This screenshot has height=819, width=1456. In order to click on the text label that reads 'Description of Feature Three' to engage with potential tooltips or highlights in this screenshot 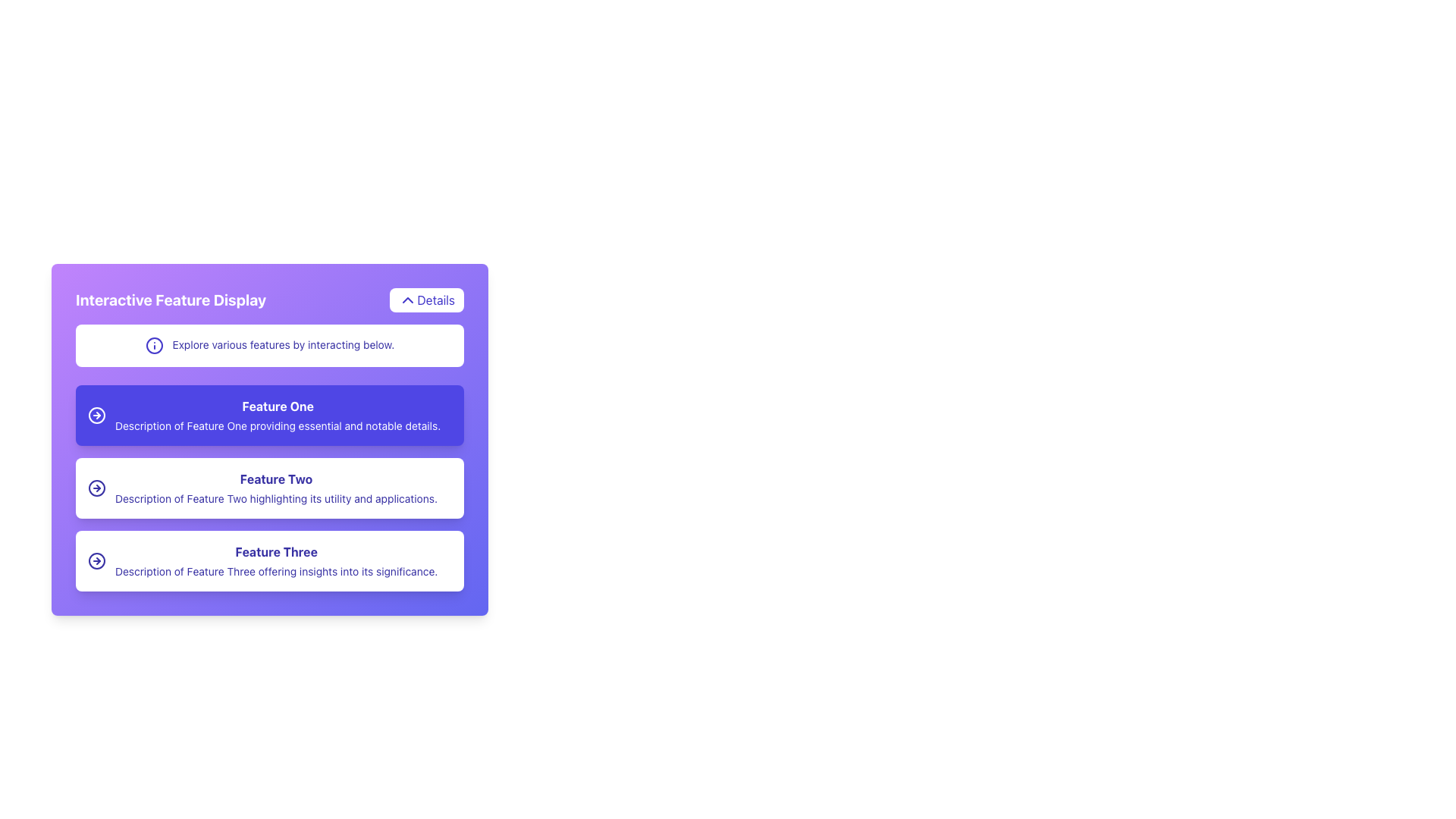, I will do `click(276, 571)`.